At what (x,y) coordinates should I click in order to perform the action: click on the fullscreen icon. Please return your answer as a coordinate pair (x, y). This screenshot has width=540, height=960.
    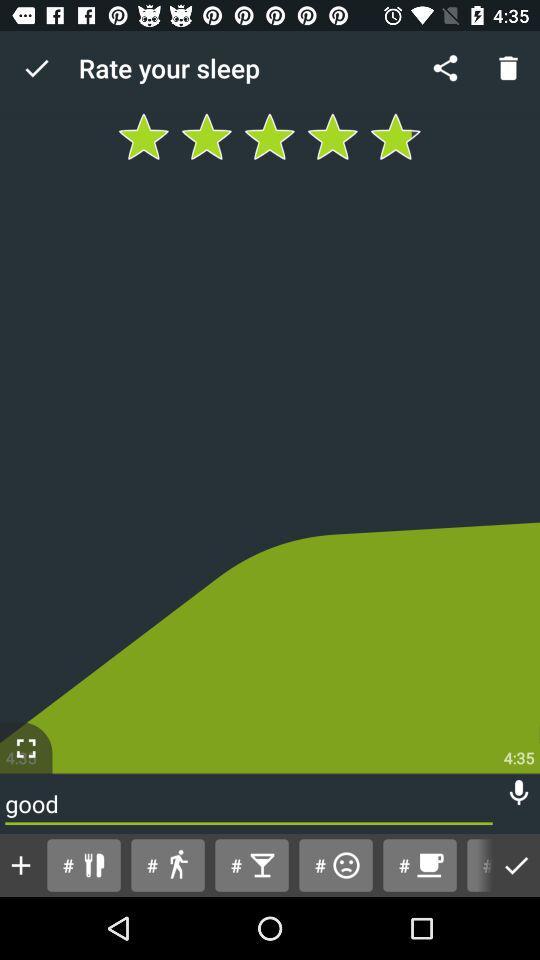
    Looking at the image, I should click on (25, 747).